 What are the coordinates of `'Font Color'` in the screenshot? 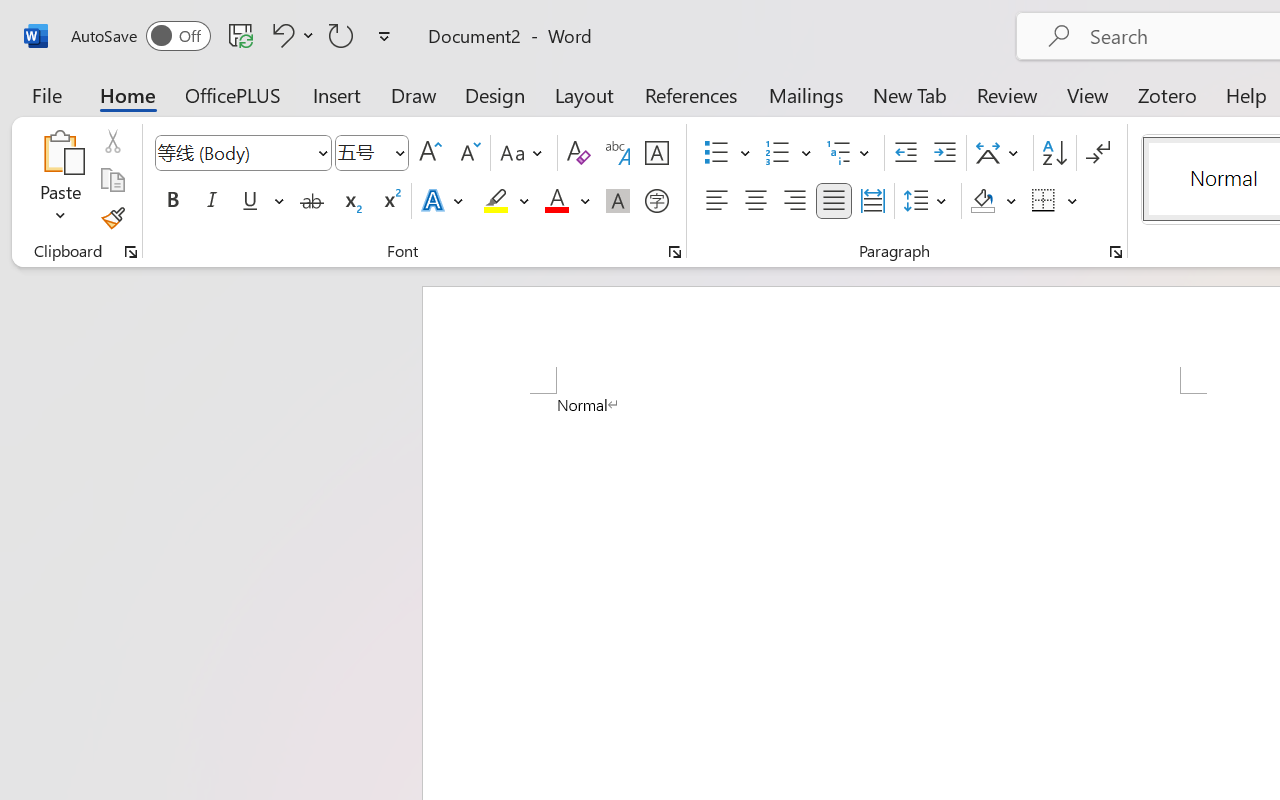 It's located at (566, 201).